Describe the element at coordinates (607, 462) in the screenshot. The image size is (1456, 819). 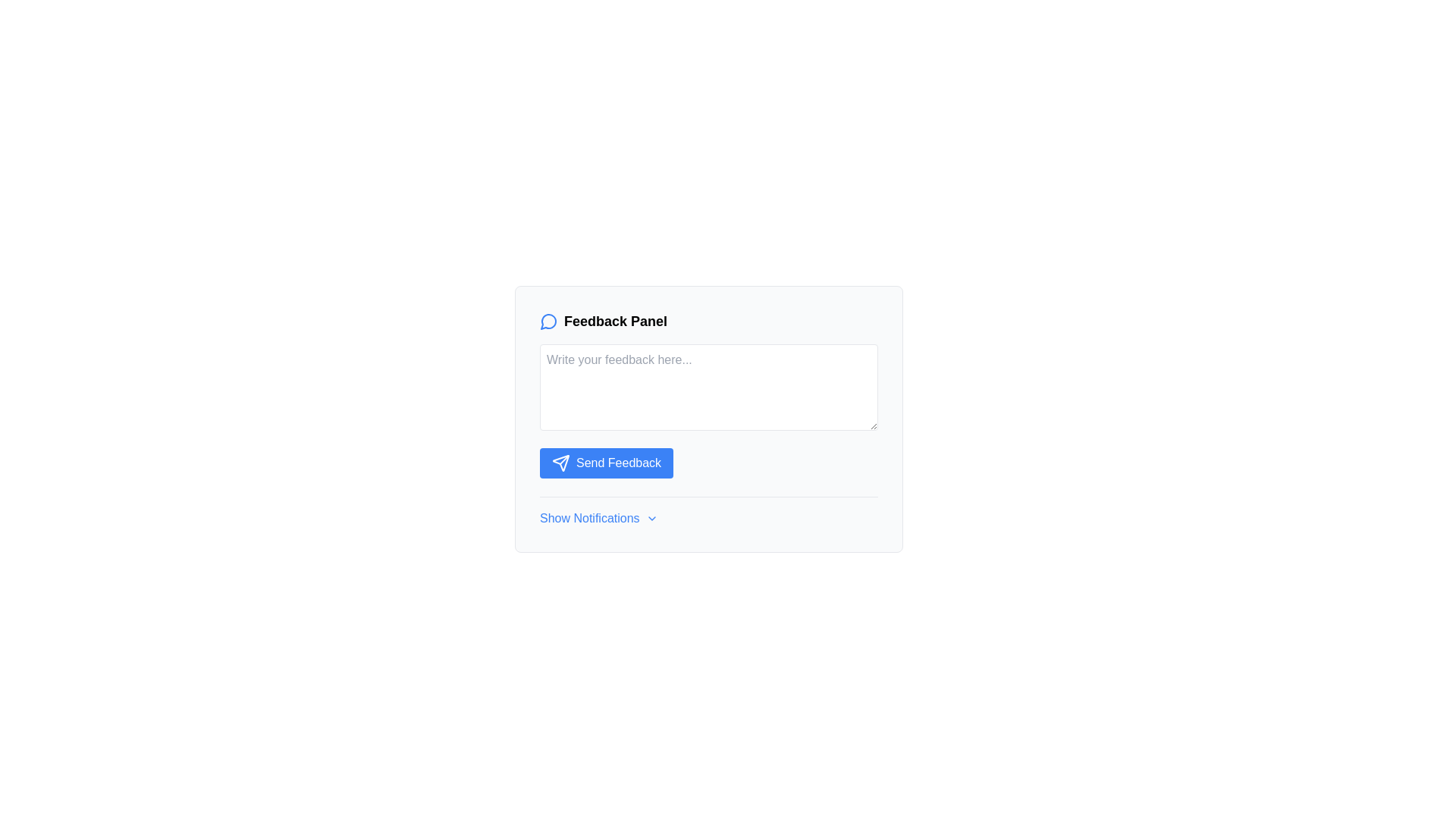
I see `the 'Send Feedback' button styled with a blue background and white text to observe the hover effect` at that location.